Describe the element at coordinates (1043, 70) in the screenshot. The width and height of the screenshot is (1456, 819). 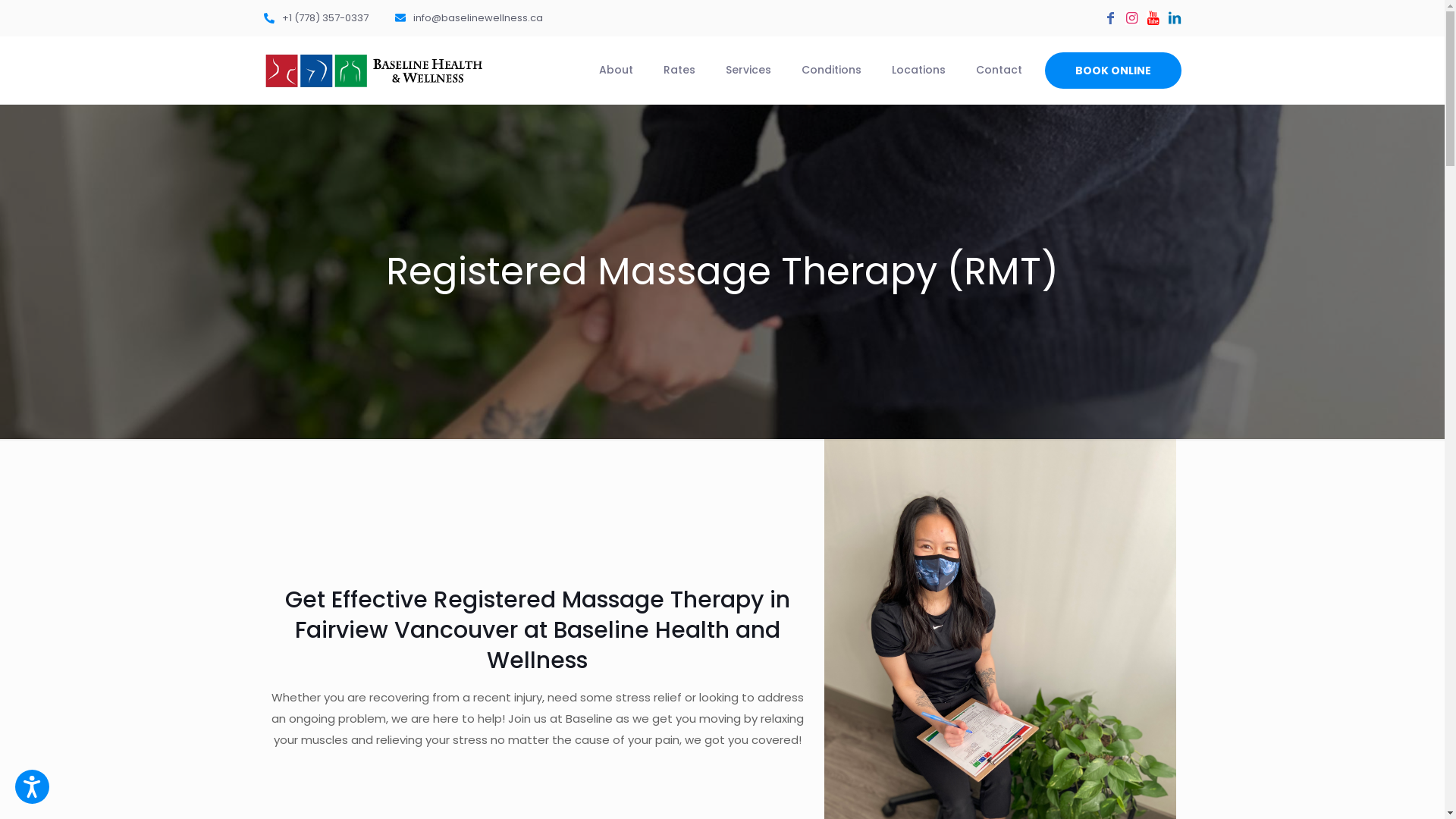
I see `'BOOK ONLINE'` at that location.